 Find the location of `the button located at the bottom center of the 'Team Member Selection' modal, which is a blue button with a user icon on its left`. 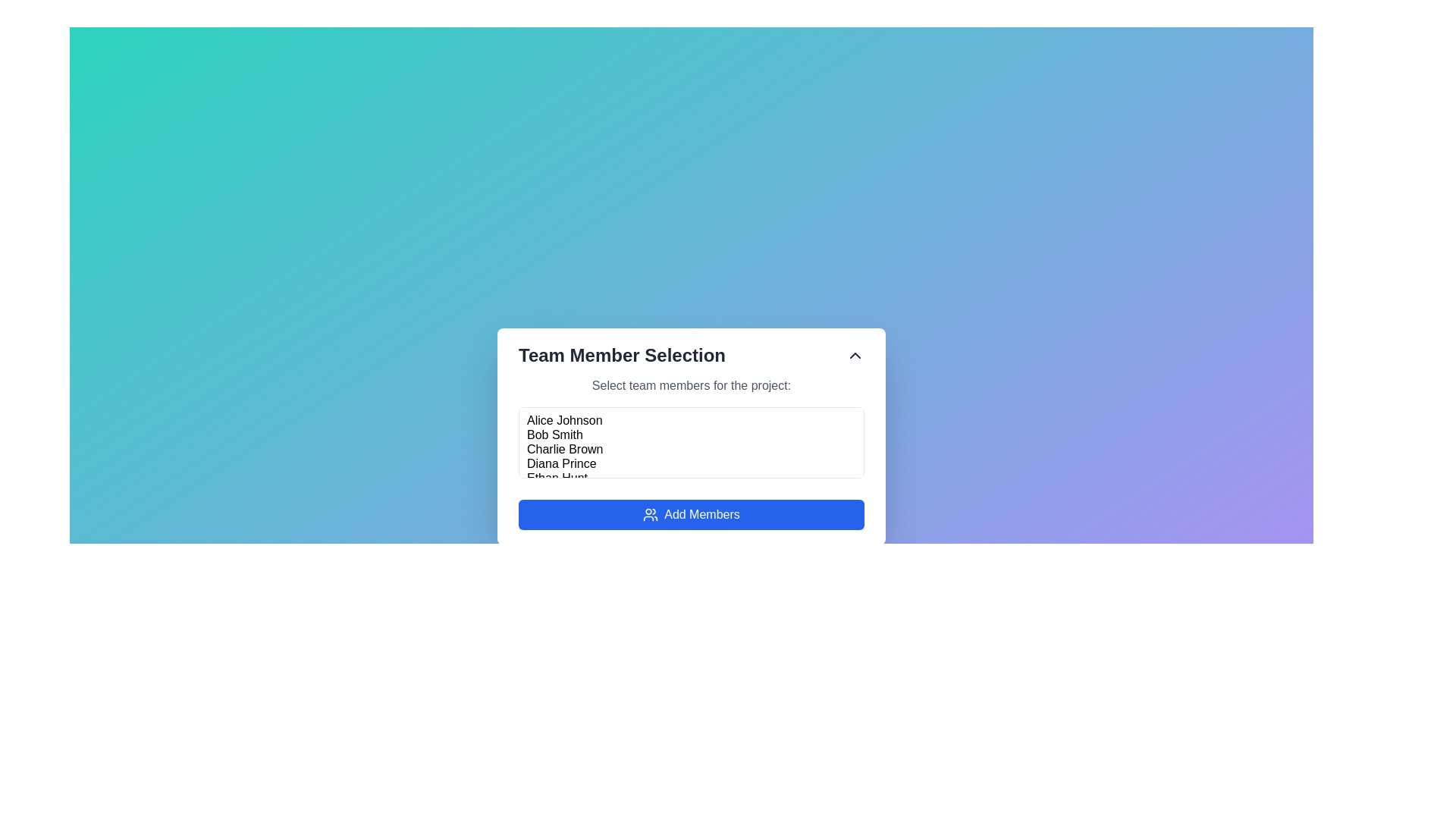

the button located at the bottom center of the 'Team Member Selection' modal, which is a blue button with a user icon on its left is located at coordinates (701, 513).